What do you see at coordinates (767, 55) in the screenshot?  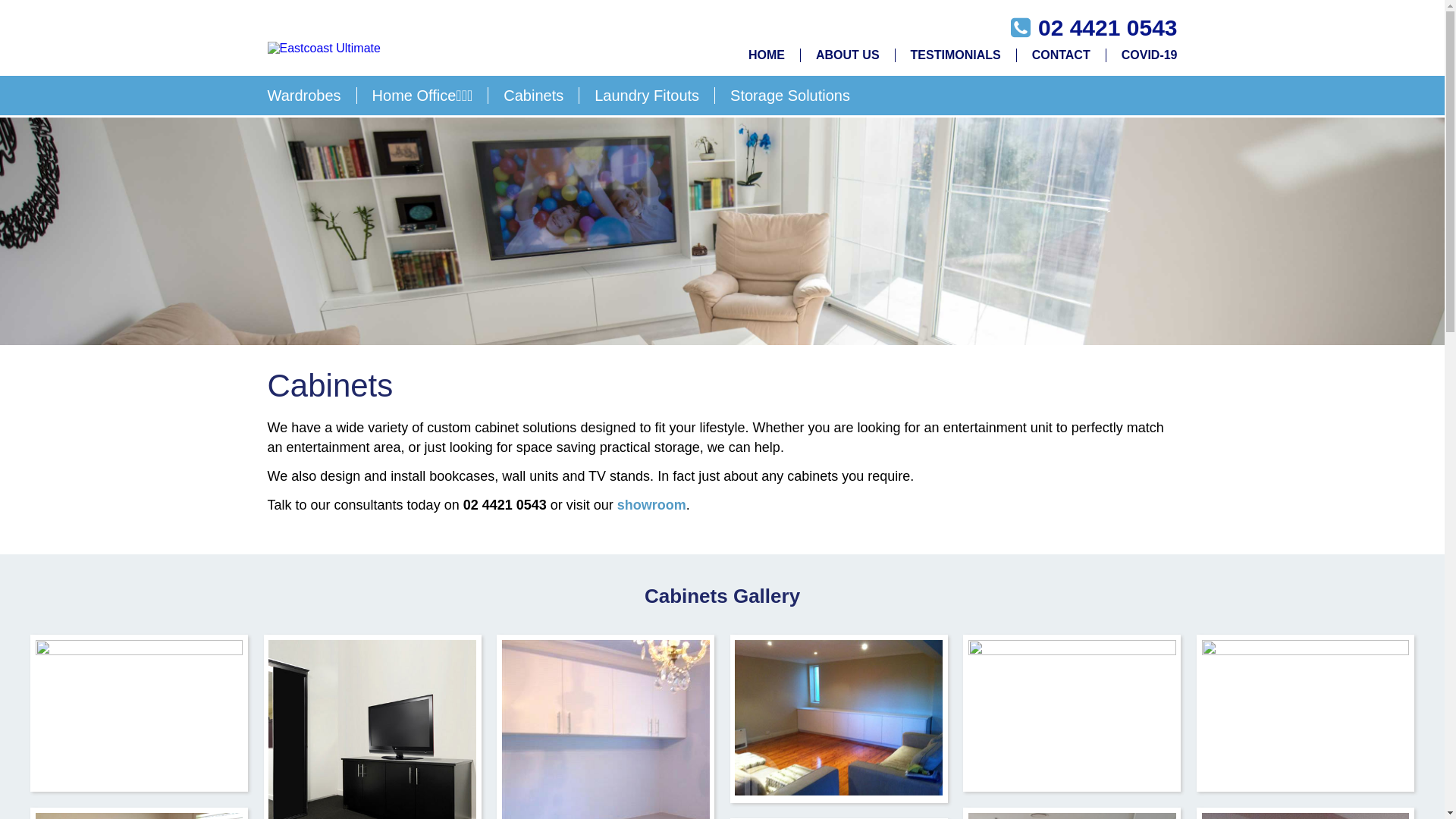 I see `'HOME'` at bounding box center [767, 55].